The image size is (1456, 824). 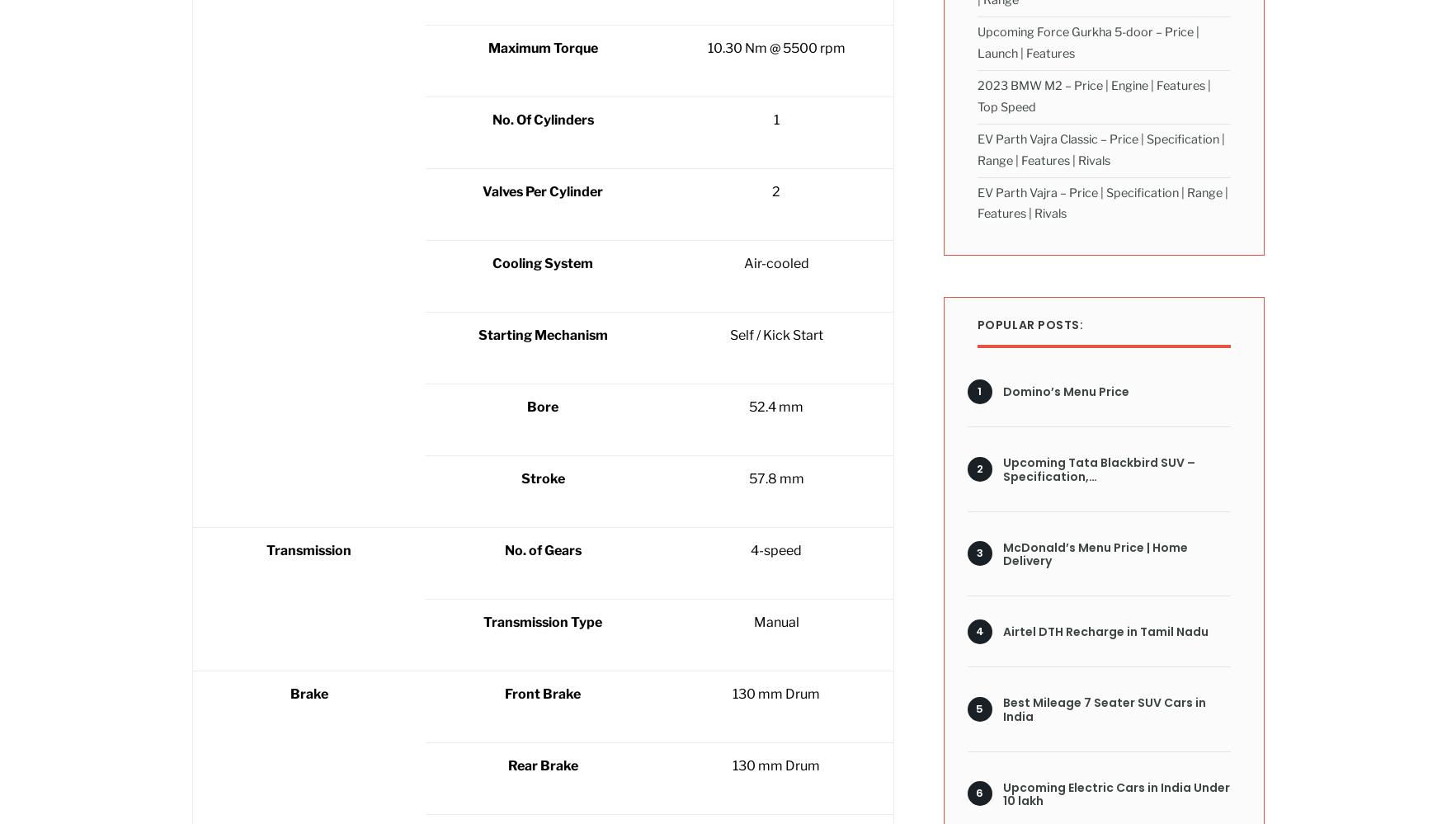 What do you see at coordinates (541, 407) in the screenshot?
I see `'Bore'` at bounding box center [541, 407].